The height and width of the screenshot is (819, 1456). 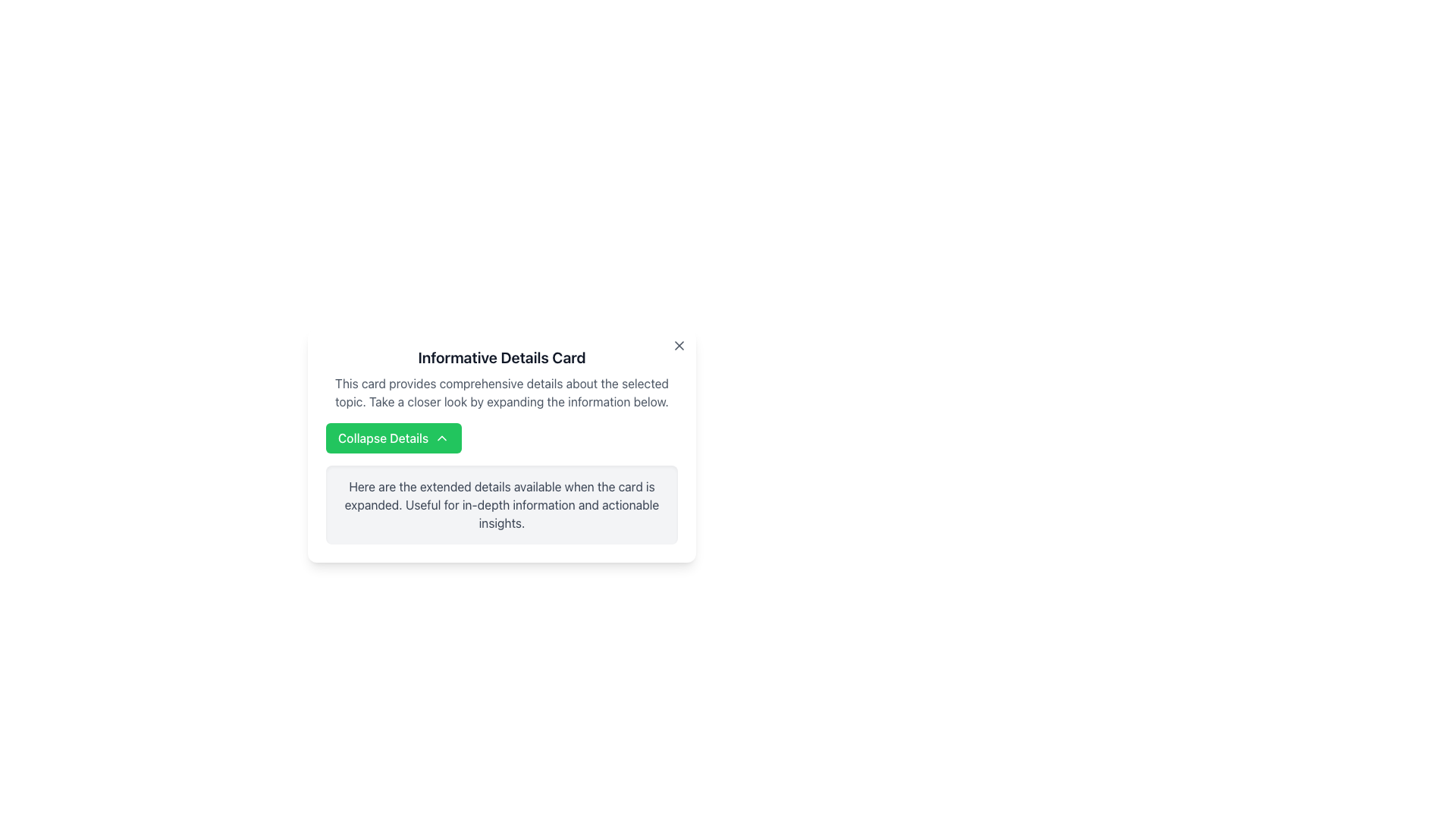 I want to click on the green button labeled 'Collapse Details' to observe the hover effect, which includes a shade change and slight enlargement, so click(x=394, y=438).